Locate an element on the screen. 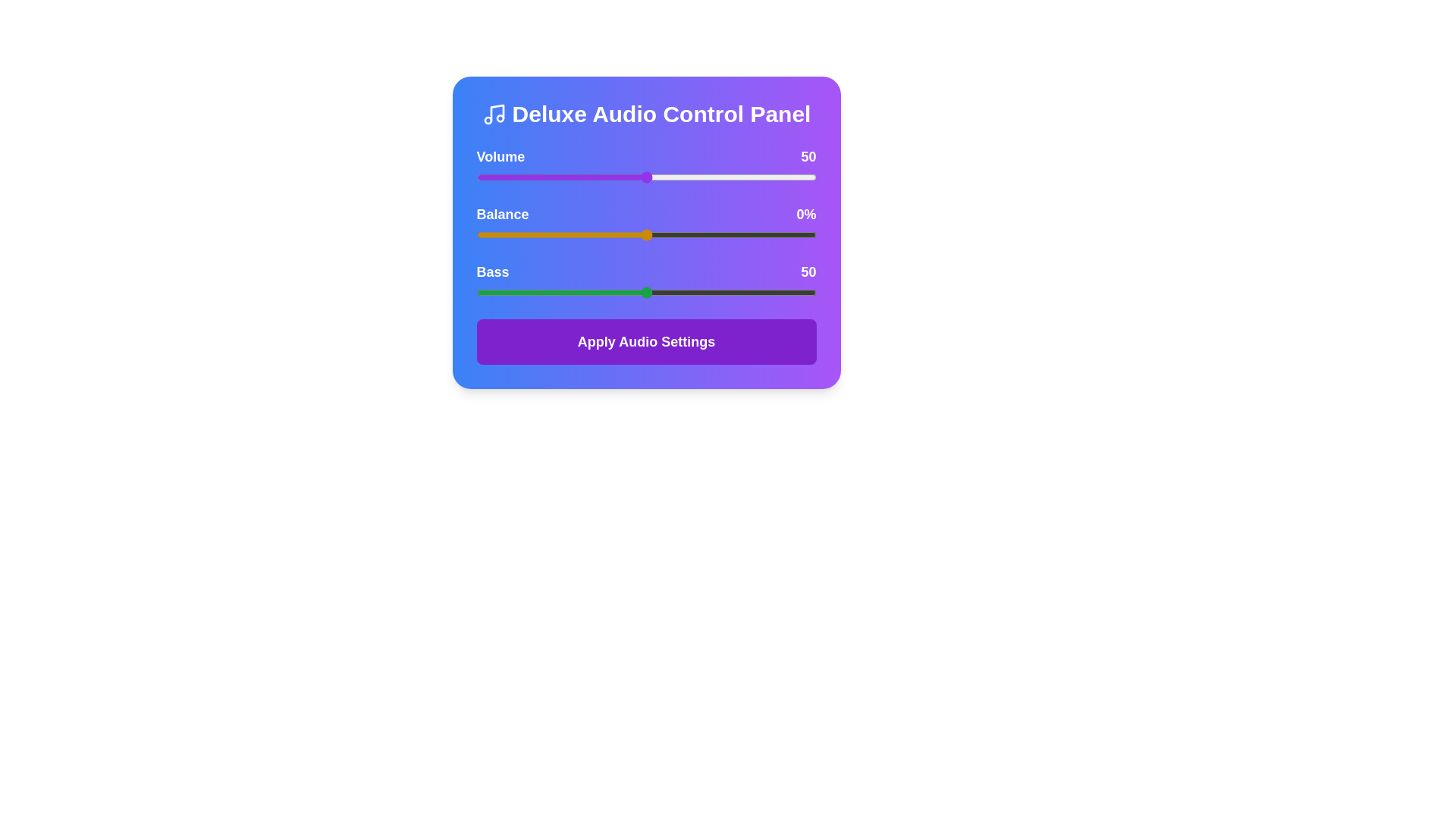 Image resolution: width=1456 pixels, height=819 pixels. the static text display showing the current balance value of '0%' located in the center of the 'Balance' section above the color bar slider is located at coordinates (646, 214).